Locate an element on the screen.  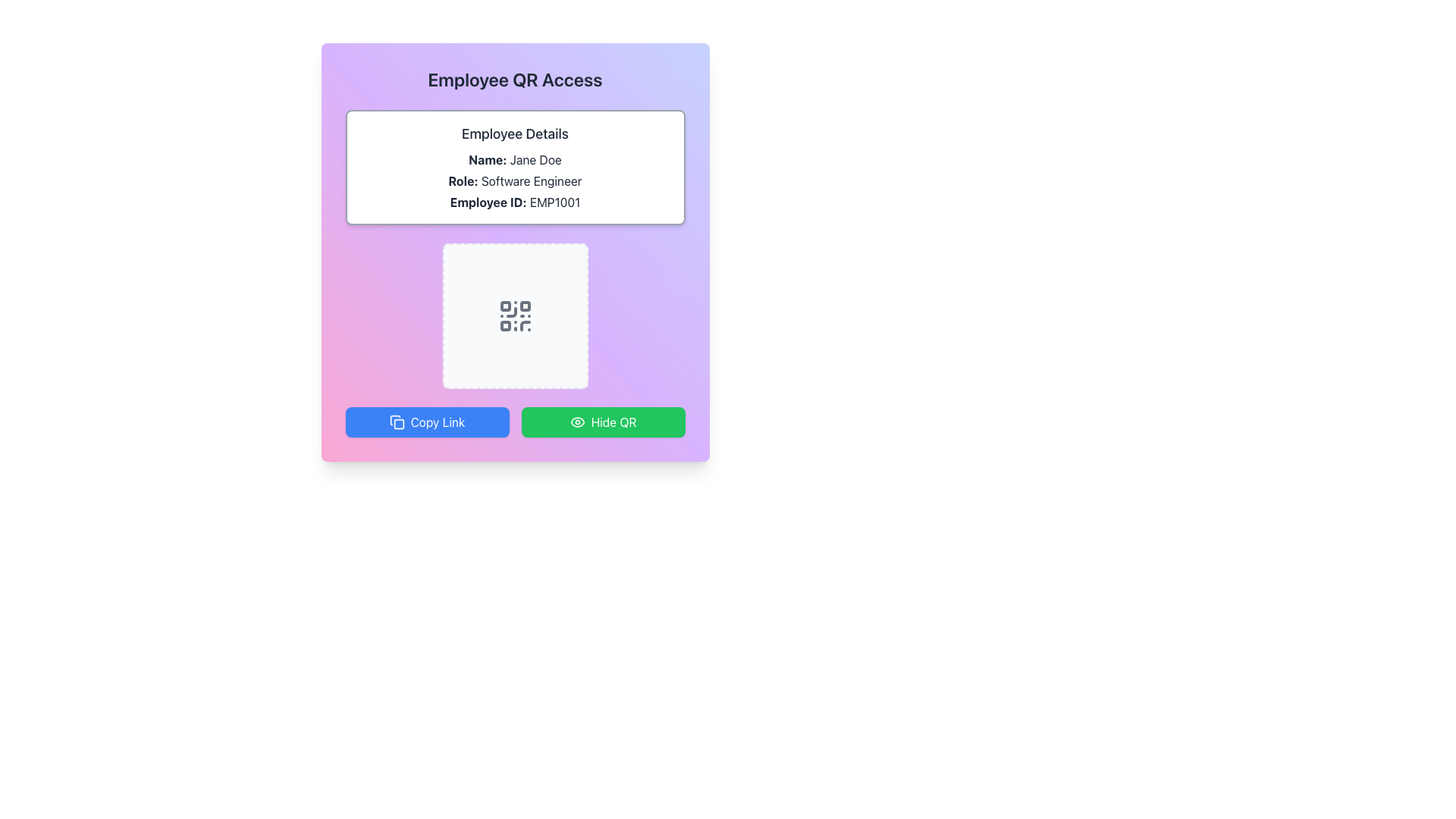
the 'Copy Link' button, which is a rectangular button with a bright blue background, white text, and an icon of stacked rectangles, located at the bottom-left of a two-button layout is located at coordinates (426, 422).